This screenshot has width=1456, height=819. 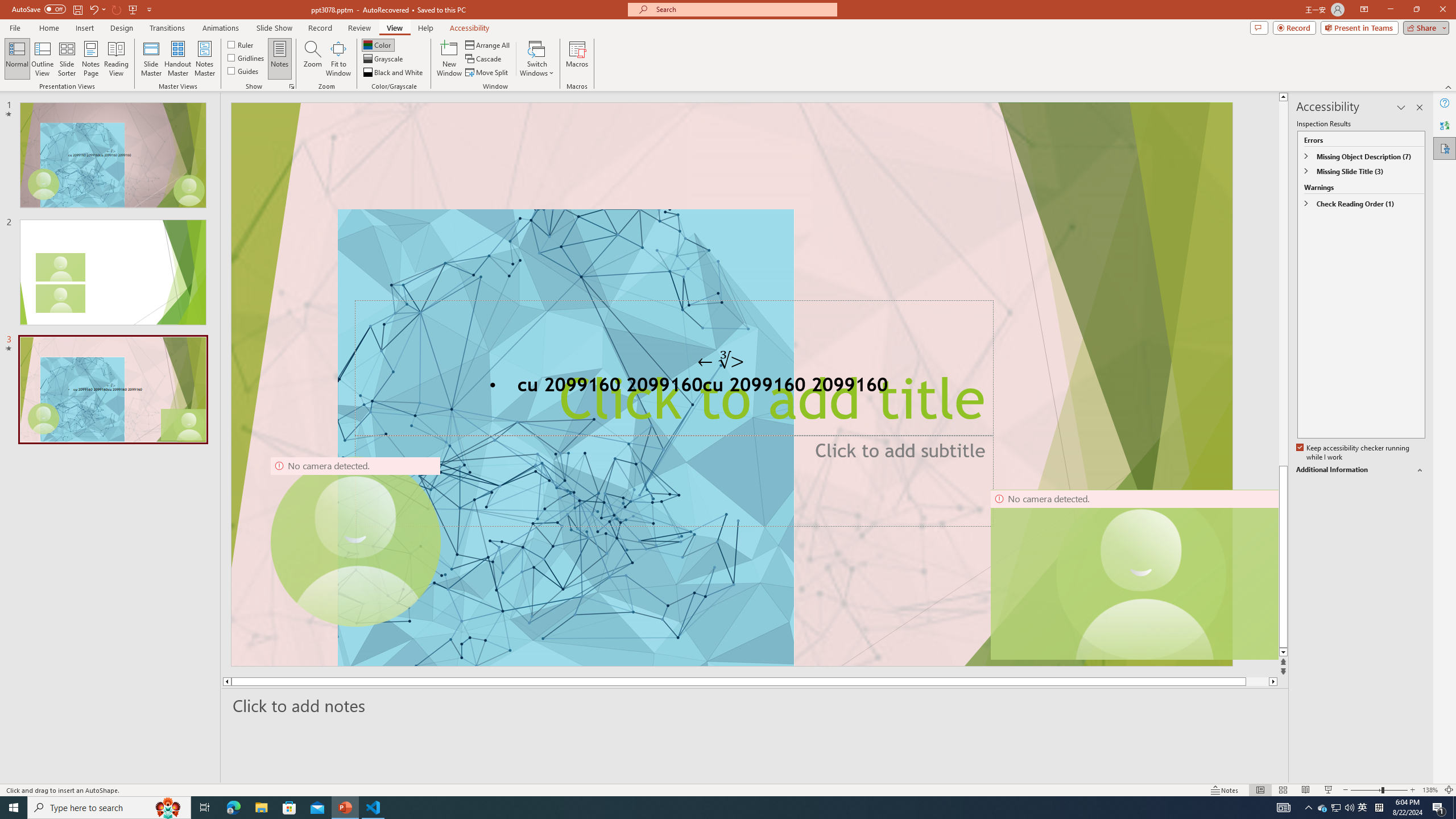 I want to click on 'New Window', so click(x=448, y=59).